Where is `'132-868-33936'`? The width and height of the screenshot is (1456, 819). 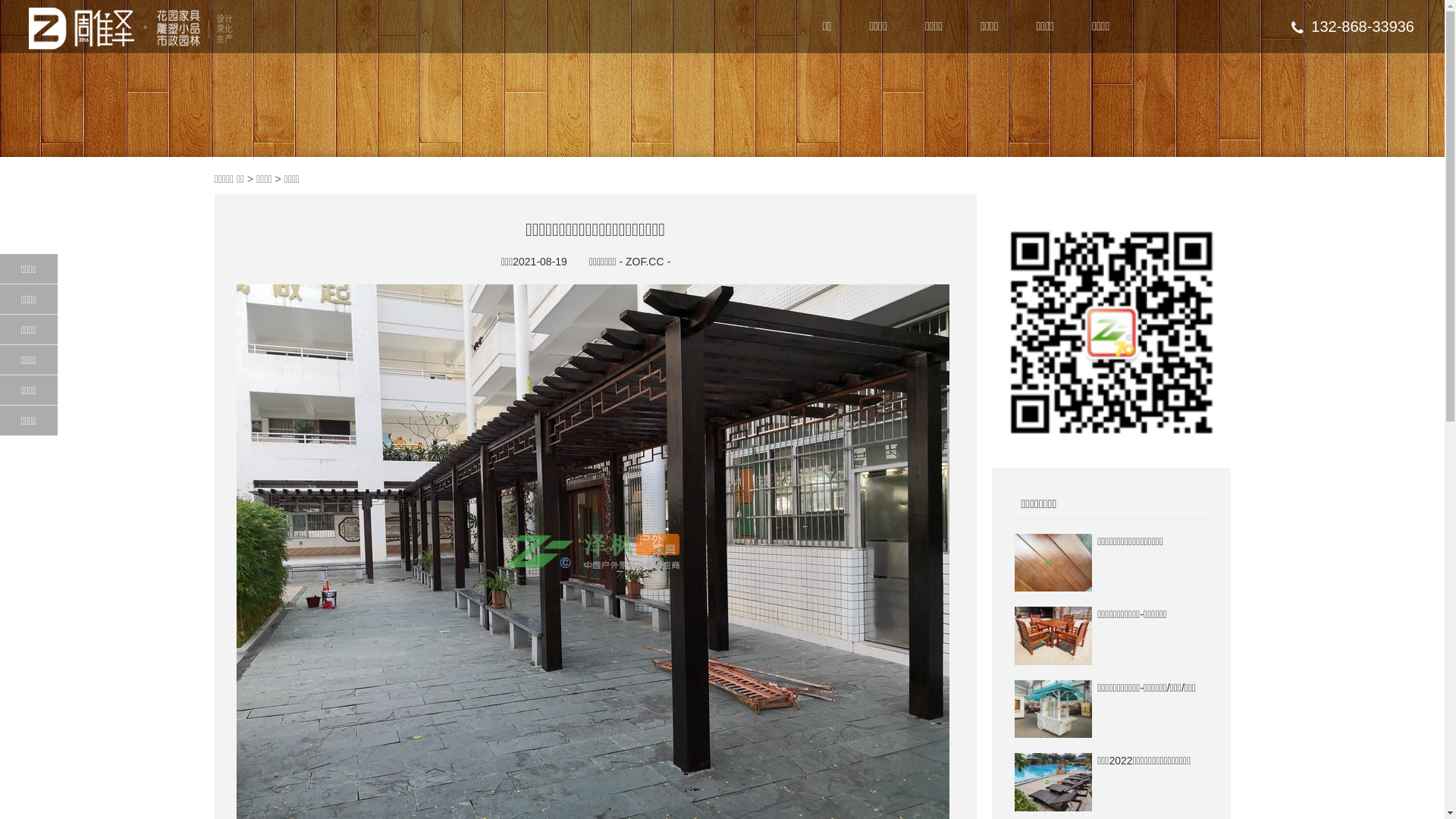 '132-868-33936' is located at coordinates (1353, 26).